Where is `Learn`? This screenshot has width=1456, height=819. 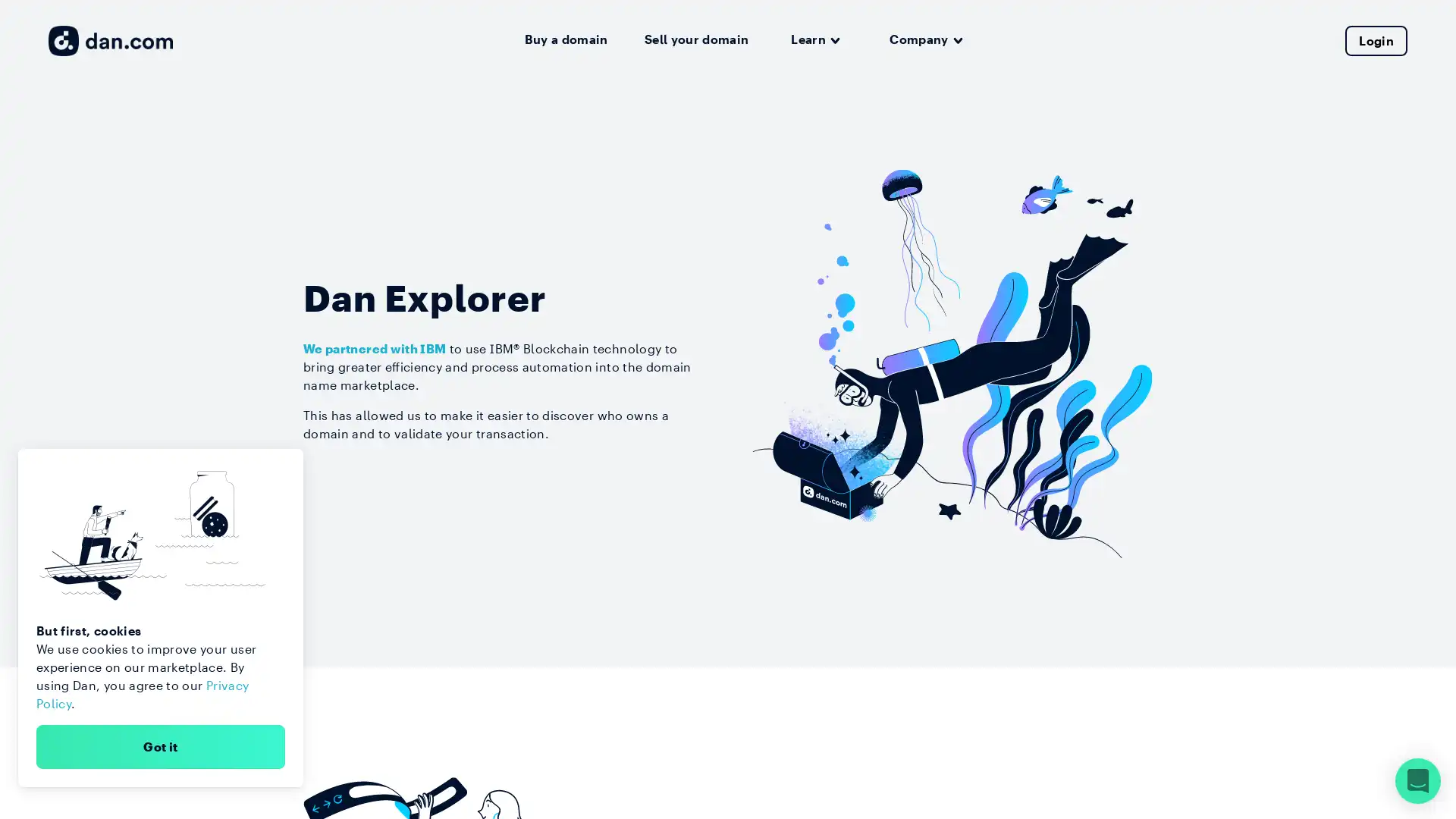
Learn is located at coordinates (814, 39).